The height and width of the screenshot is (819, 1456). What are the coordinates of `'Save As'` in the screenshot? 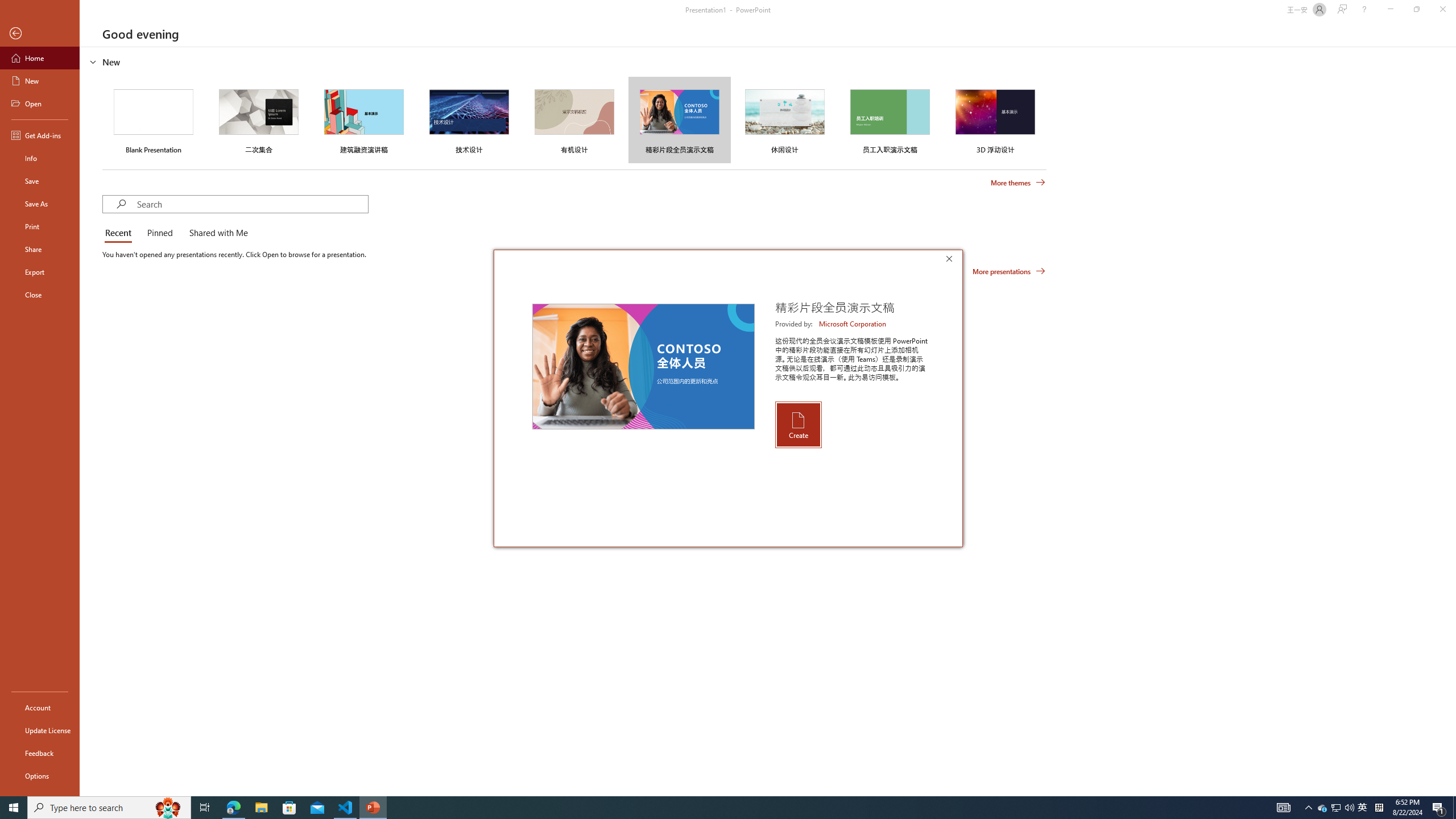 It's located at (39, 202).